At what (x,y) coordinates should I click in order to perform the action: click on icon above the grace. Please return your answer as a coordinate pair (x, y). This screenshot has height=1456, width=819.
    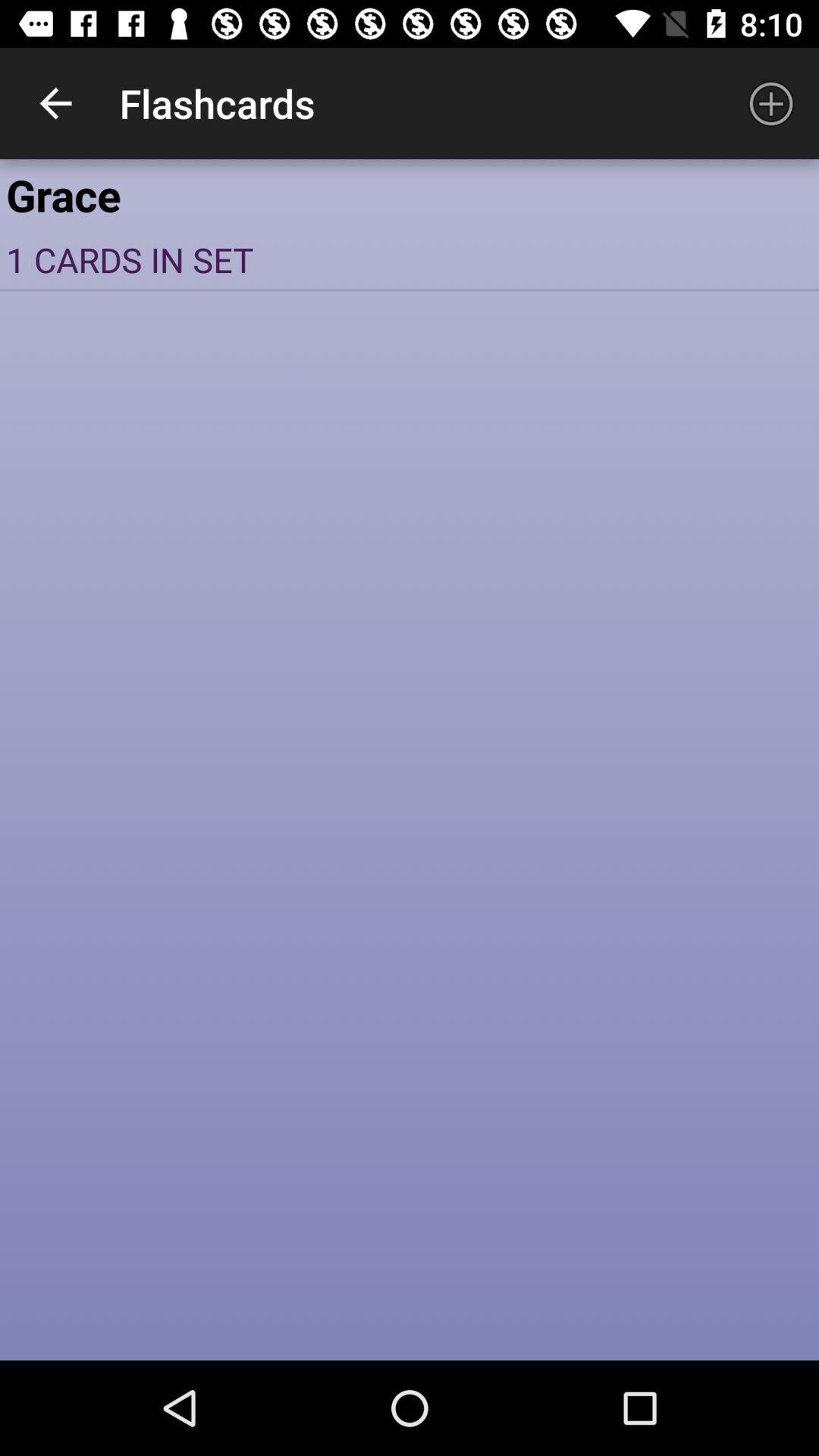
    Looking at the image, I should click on (55, 102).